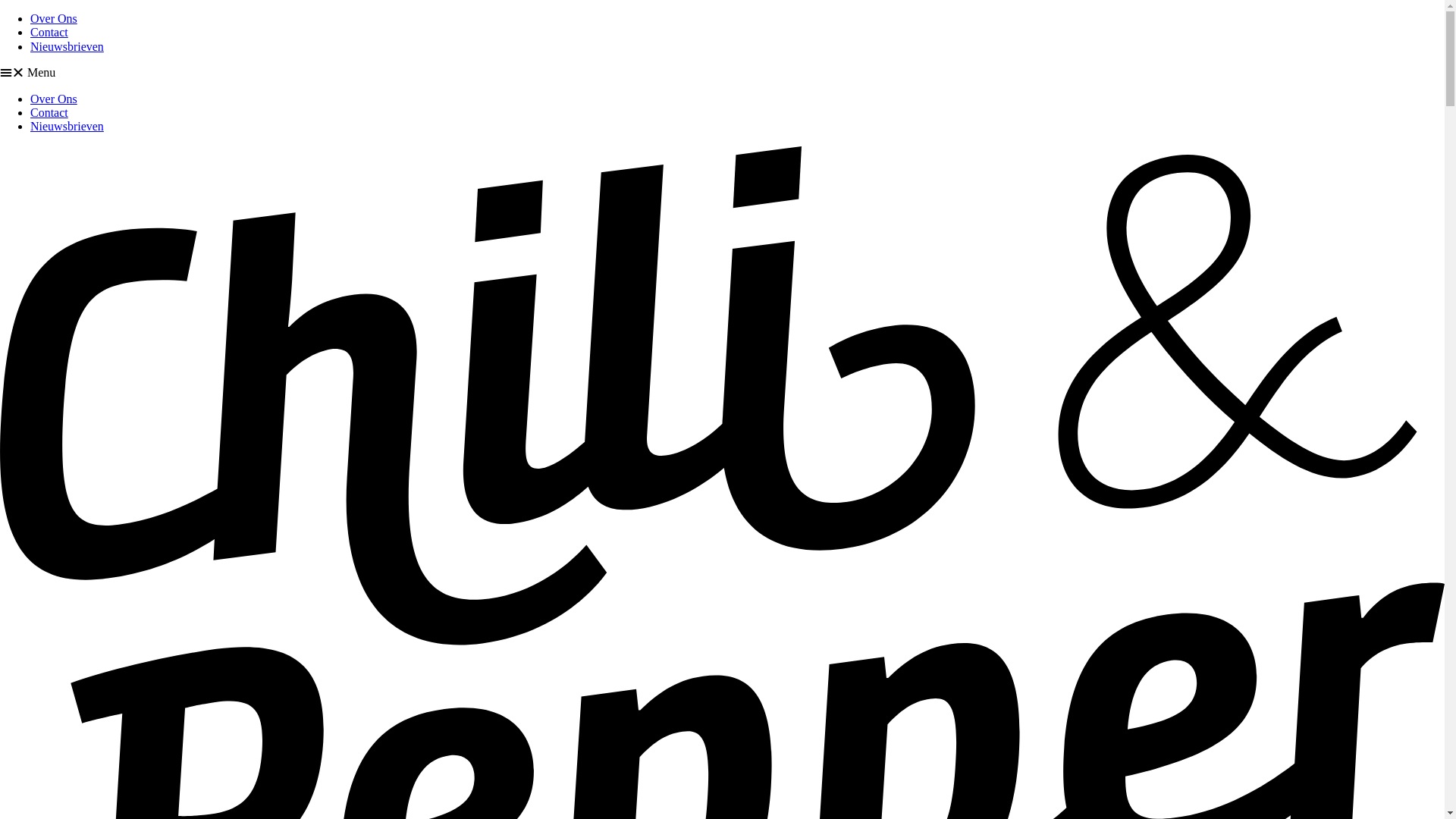 The width and height of the screenshot is (1456, 819). I want to click on 'Over Ons', so click(54, 99).